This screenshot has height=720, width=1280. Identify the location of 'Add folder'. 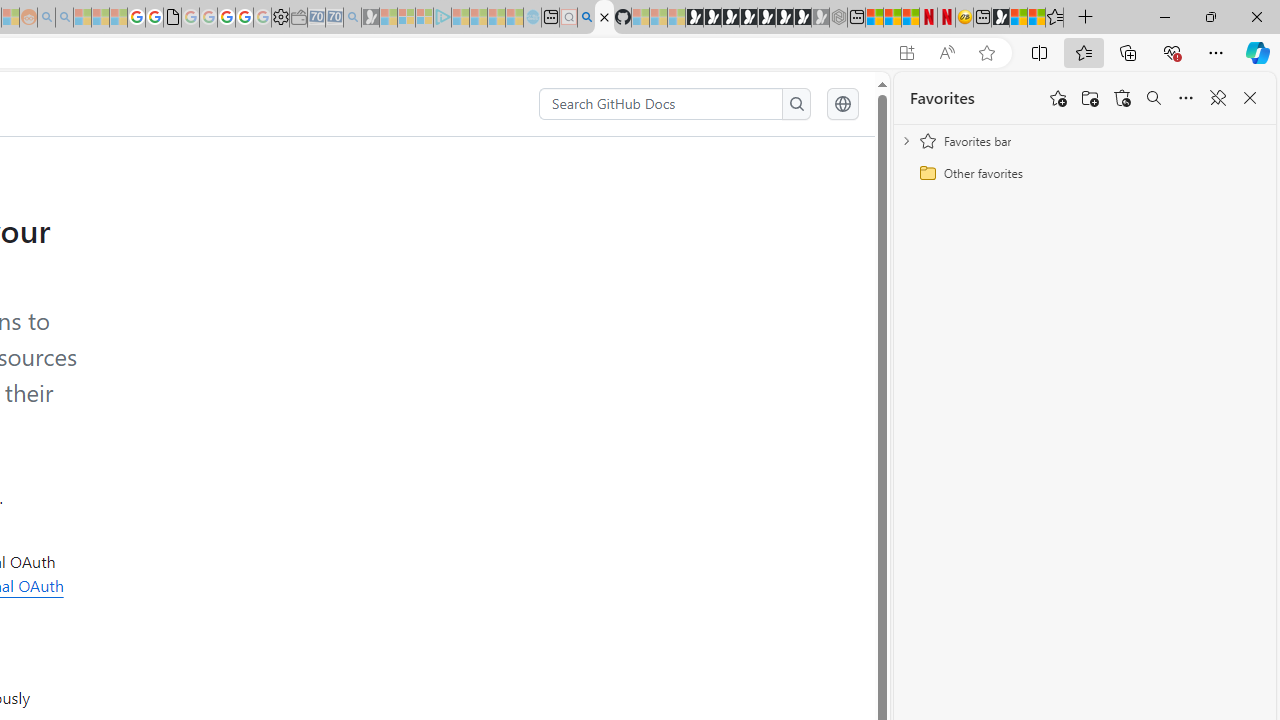
(1088, 98).